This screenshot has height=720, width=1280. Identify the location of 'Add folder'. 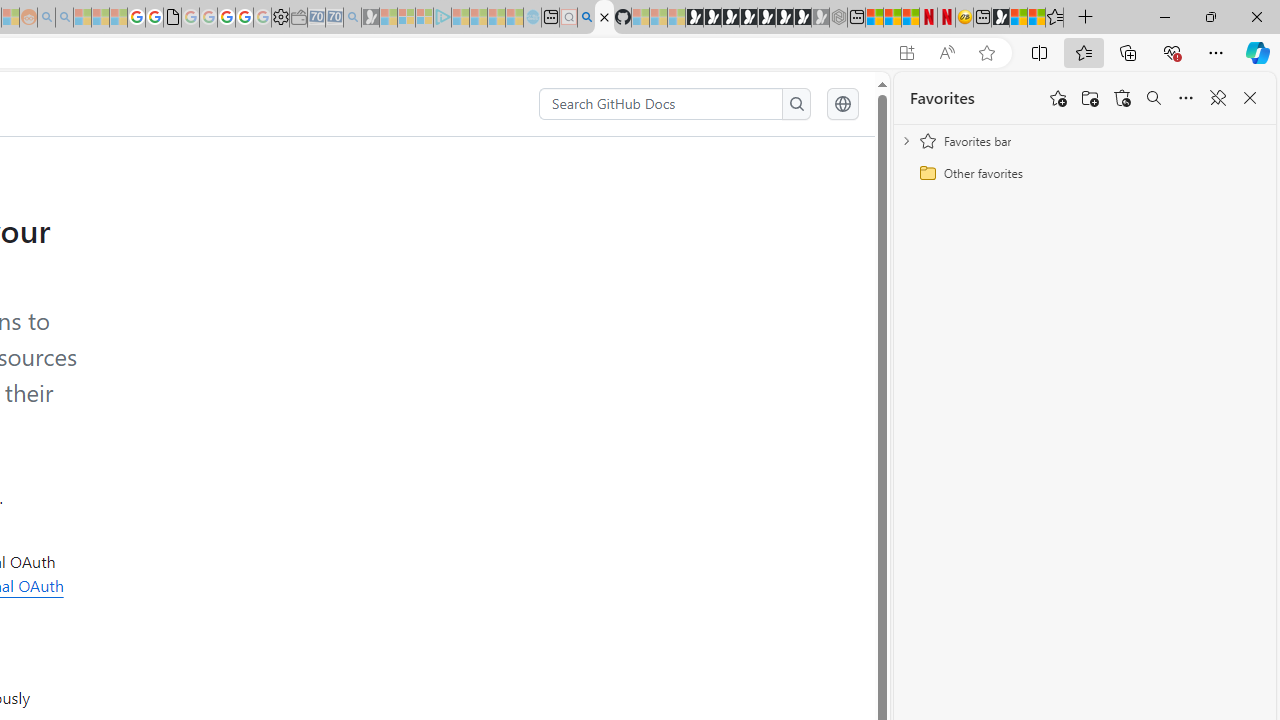
(1088, 98).